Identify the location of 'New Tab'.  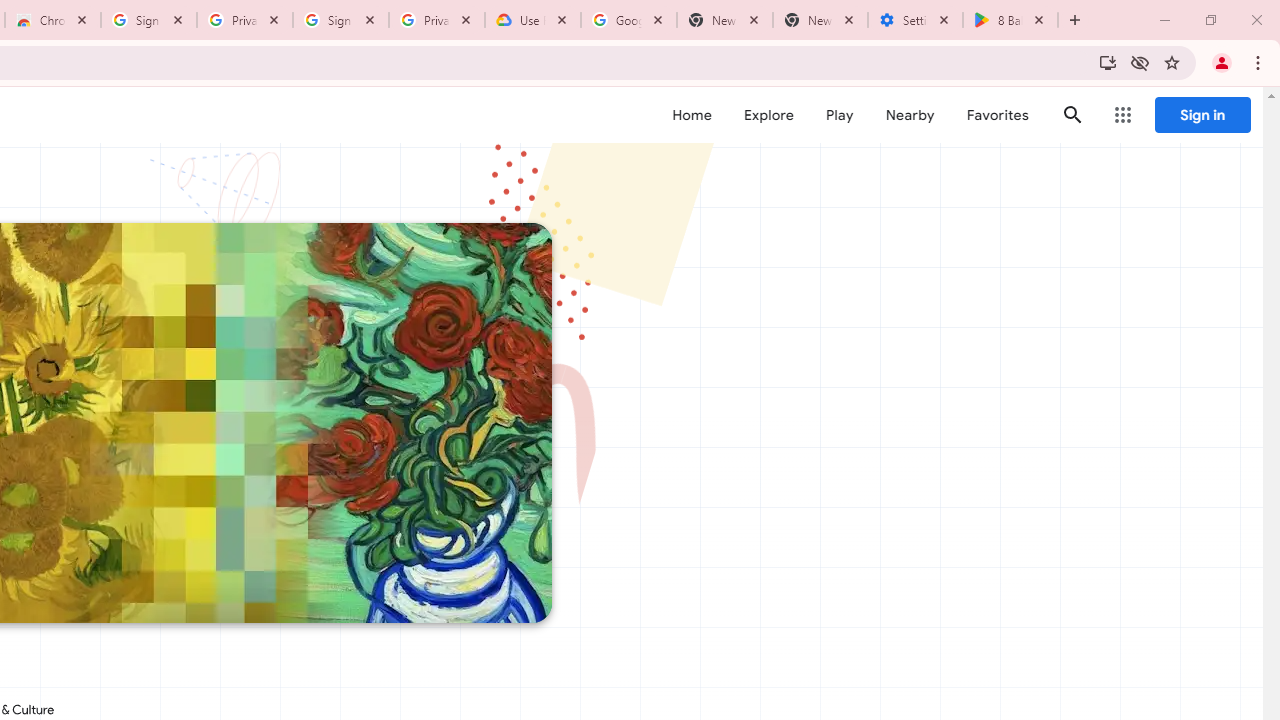
(820, 20).